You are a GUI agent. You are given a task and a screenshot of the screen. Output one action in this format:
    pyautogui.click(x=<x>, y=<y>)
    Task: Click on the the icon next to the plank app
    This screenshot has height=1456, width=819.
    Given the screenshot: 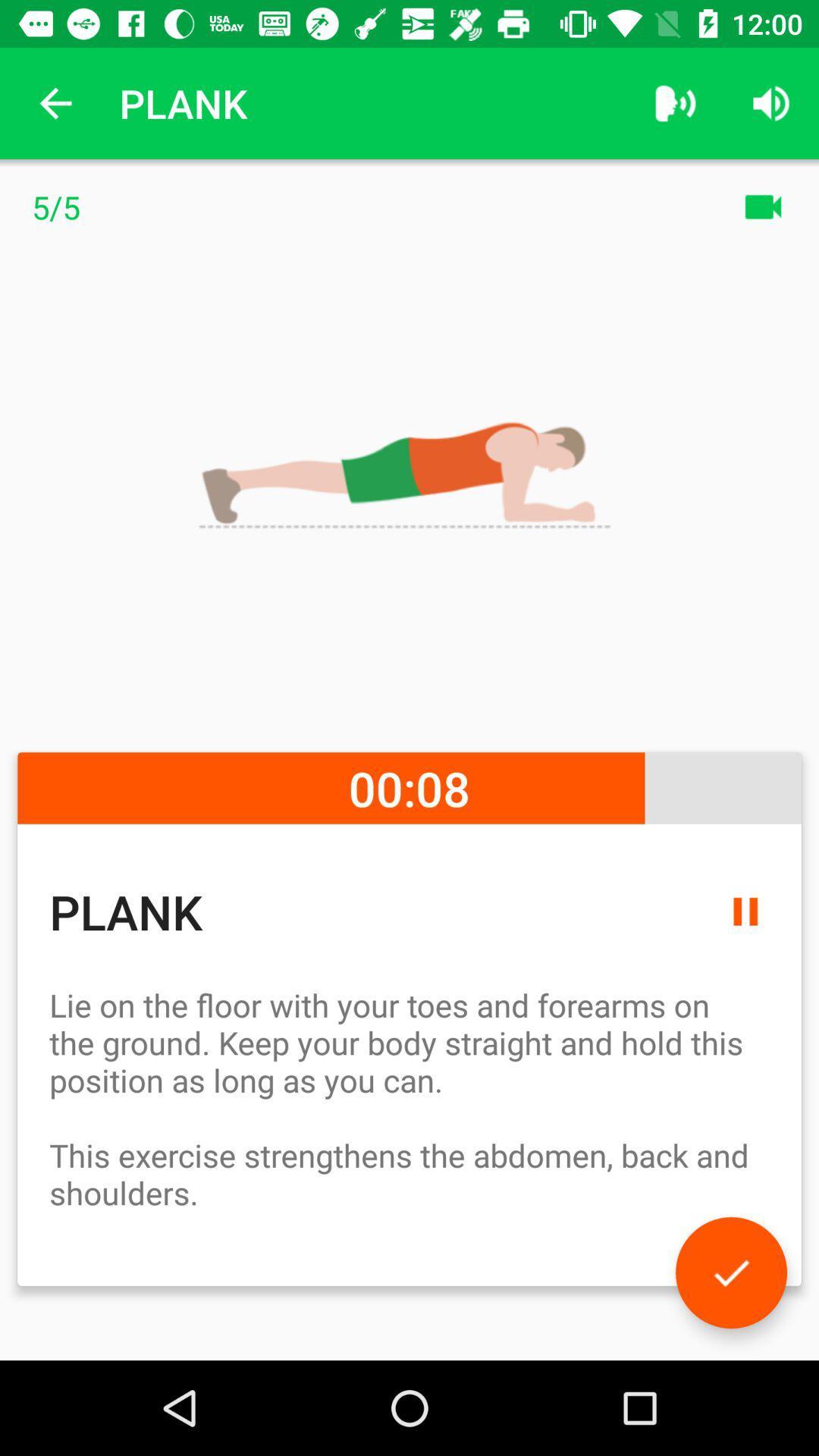 What is the action you would take?
    pyautogui.click(x=55, y=102)
    